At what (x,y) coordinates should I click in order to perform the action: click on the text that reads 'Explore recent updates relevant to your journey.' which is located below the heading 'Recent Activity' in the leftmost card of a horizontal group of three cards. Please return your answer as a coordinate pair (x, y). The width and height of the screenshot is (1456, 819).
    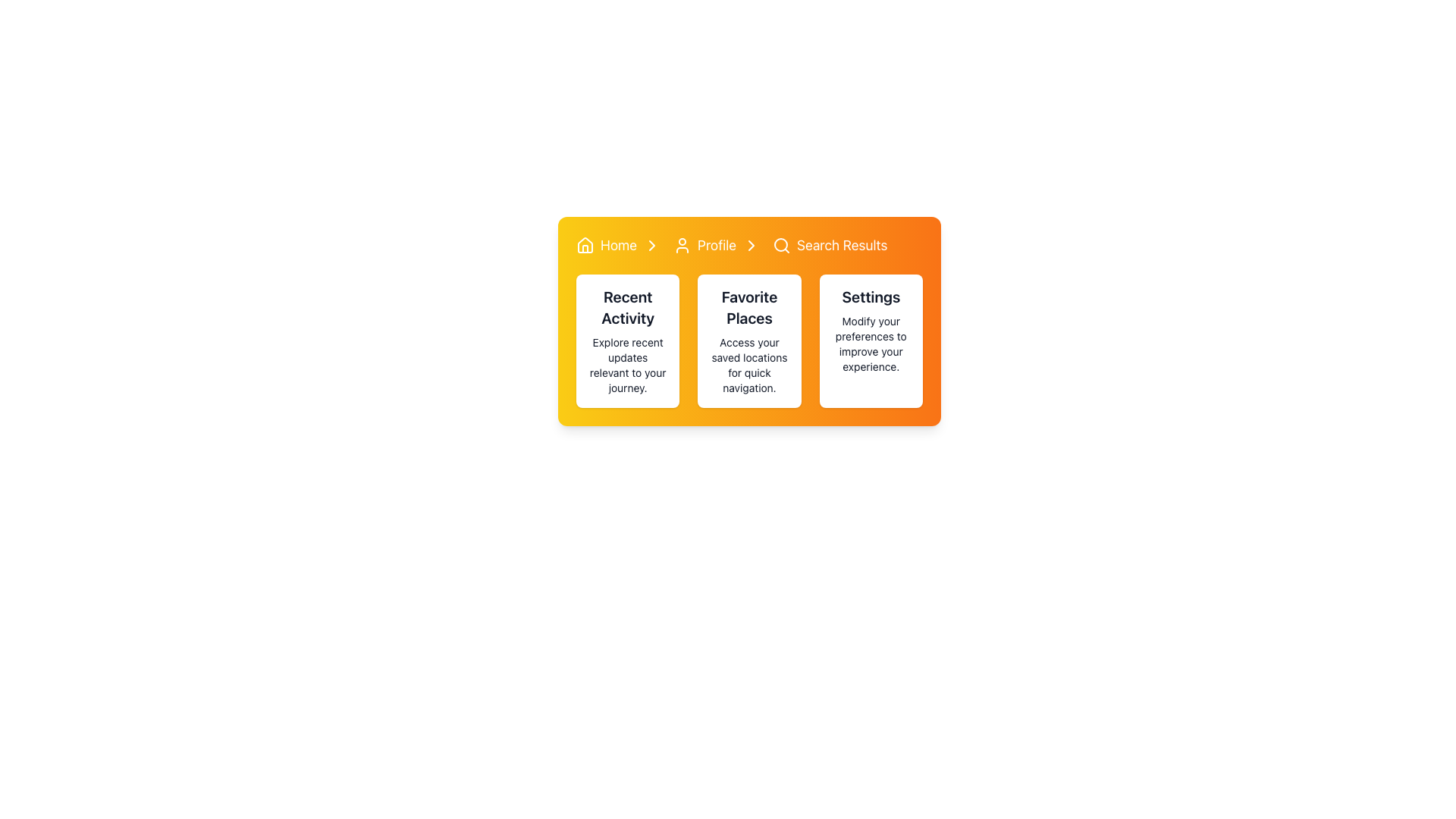
    Looking at the image, I should click on (628, 366).